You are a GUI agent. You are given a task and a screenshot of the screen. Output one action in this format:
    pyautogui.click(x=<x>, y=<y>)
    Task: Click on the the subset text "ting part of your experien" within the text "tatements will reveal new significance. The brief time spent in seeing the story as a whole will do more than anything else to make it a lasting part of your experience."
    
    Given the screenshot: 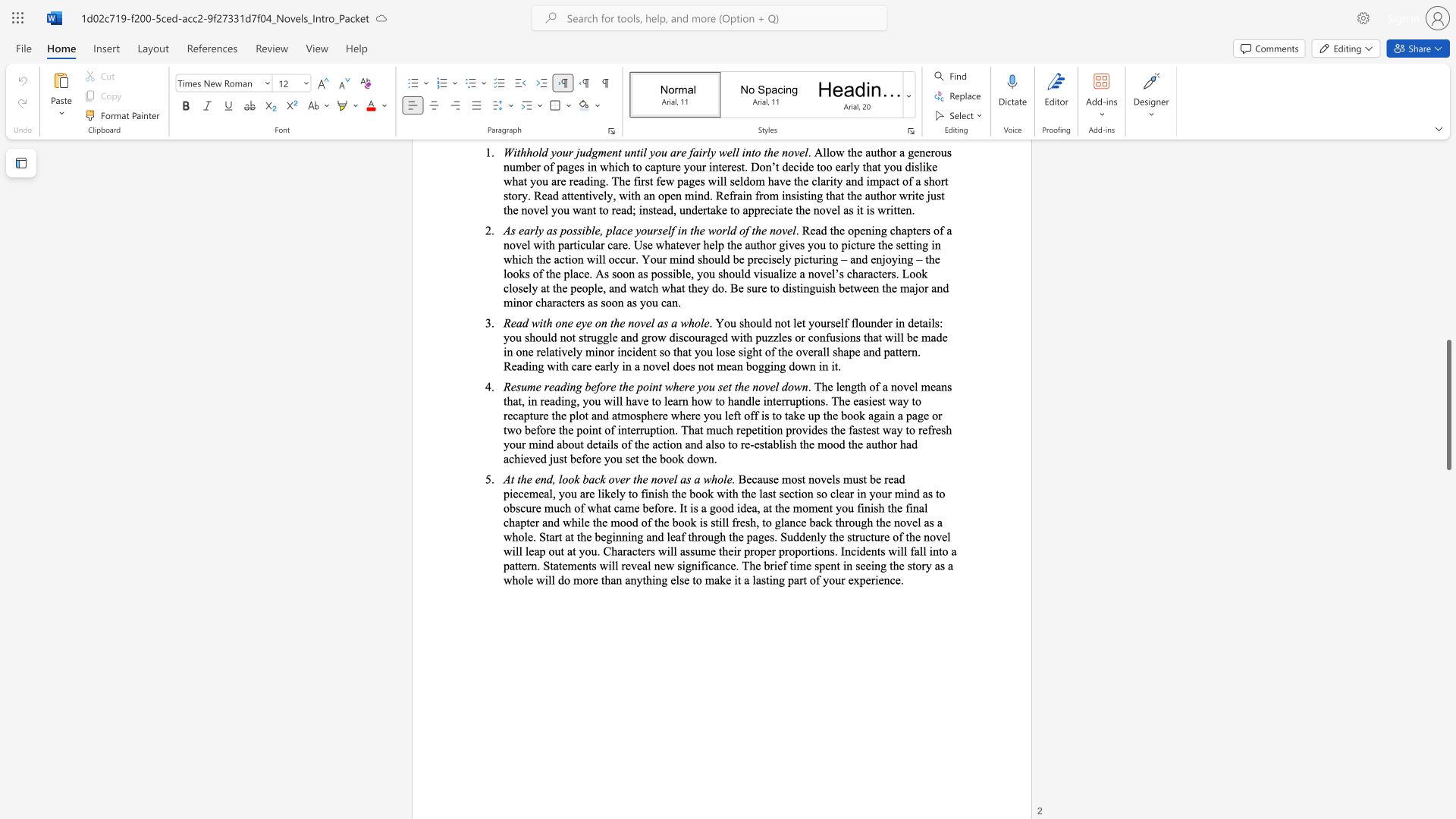 What is the action you would take?
    pyautogui.click(x=766, y=579)
    